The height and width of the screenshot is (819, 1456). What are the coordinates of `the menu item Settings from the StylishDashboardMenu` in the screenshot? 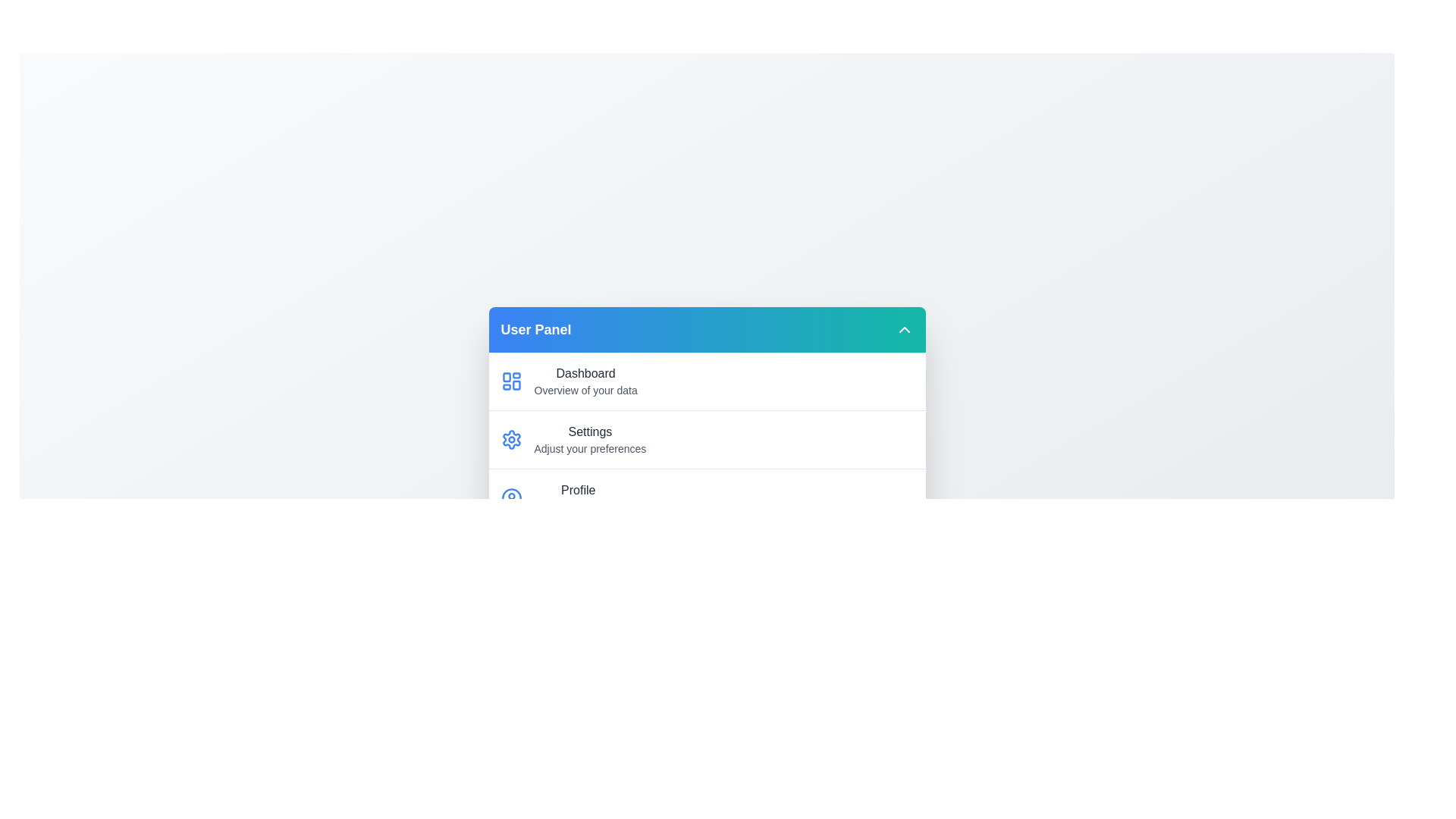 It's located at (706, 438).